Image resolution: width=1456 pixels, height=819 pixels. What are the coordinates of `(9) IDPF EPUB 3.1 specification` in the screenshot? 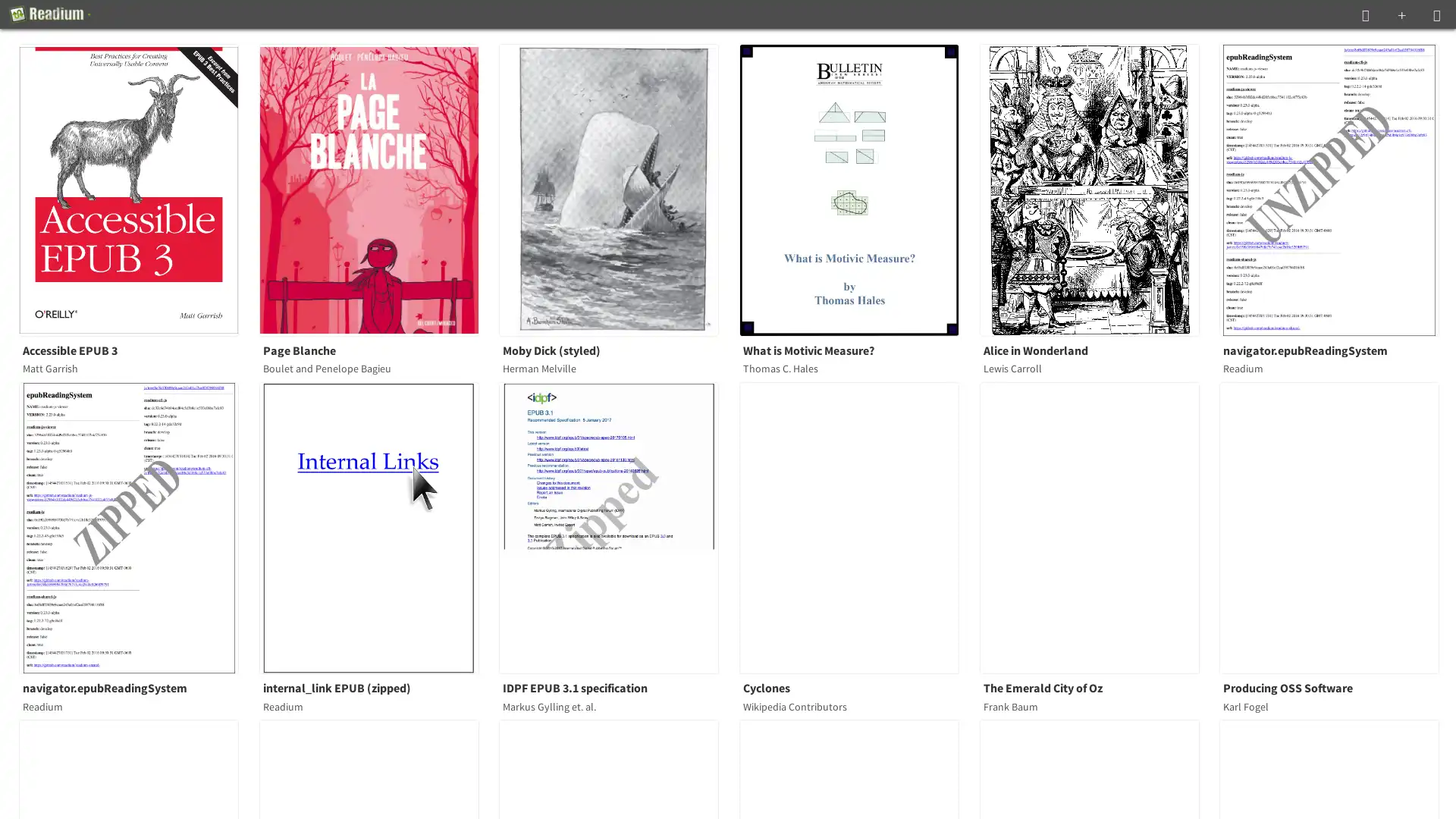 It's located at (618, 526).